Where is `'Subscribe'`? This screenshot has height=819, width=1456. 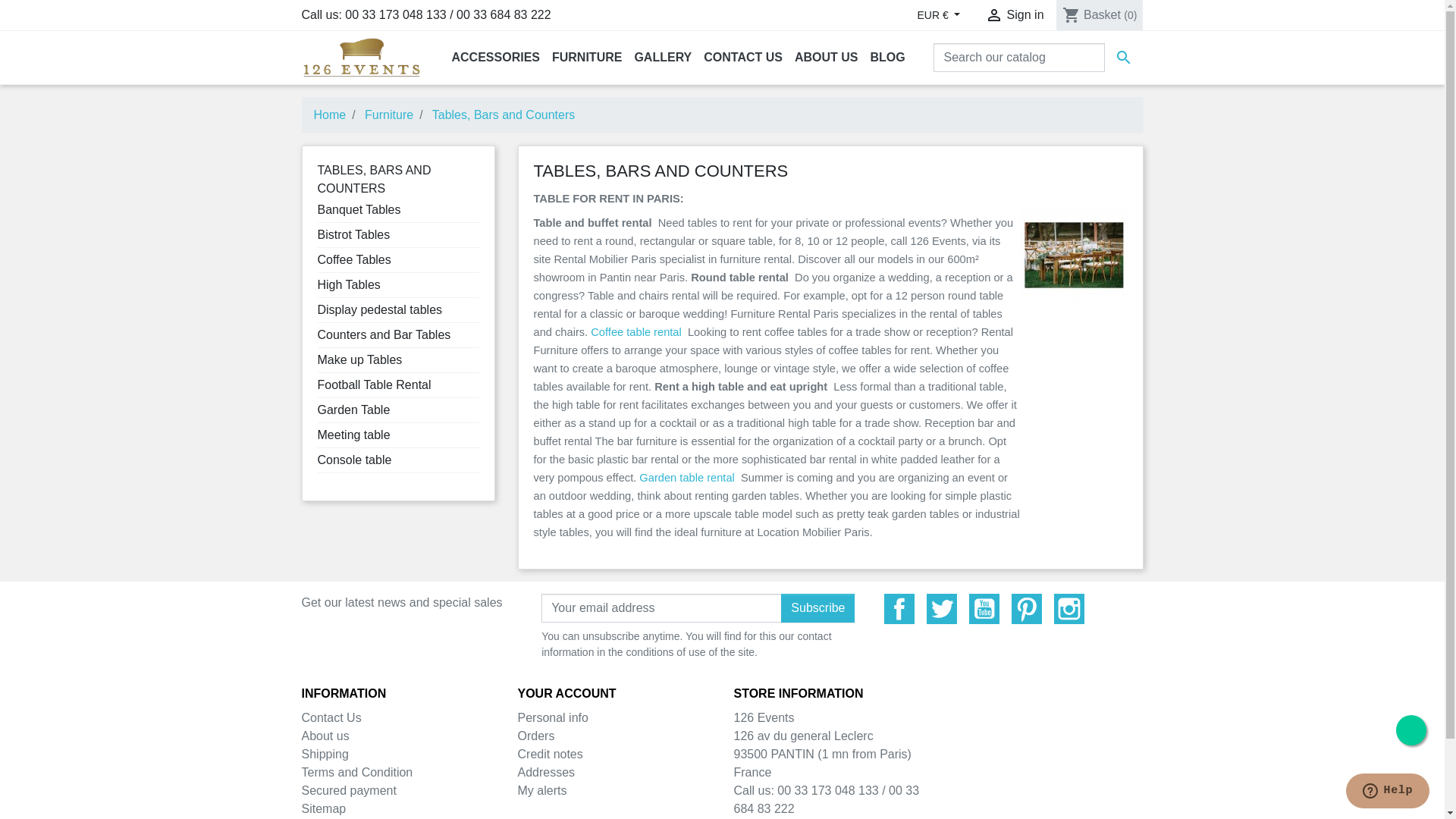
'Subscribe' is located at coordinates (817, 607).